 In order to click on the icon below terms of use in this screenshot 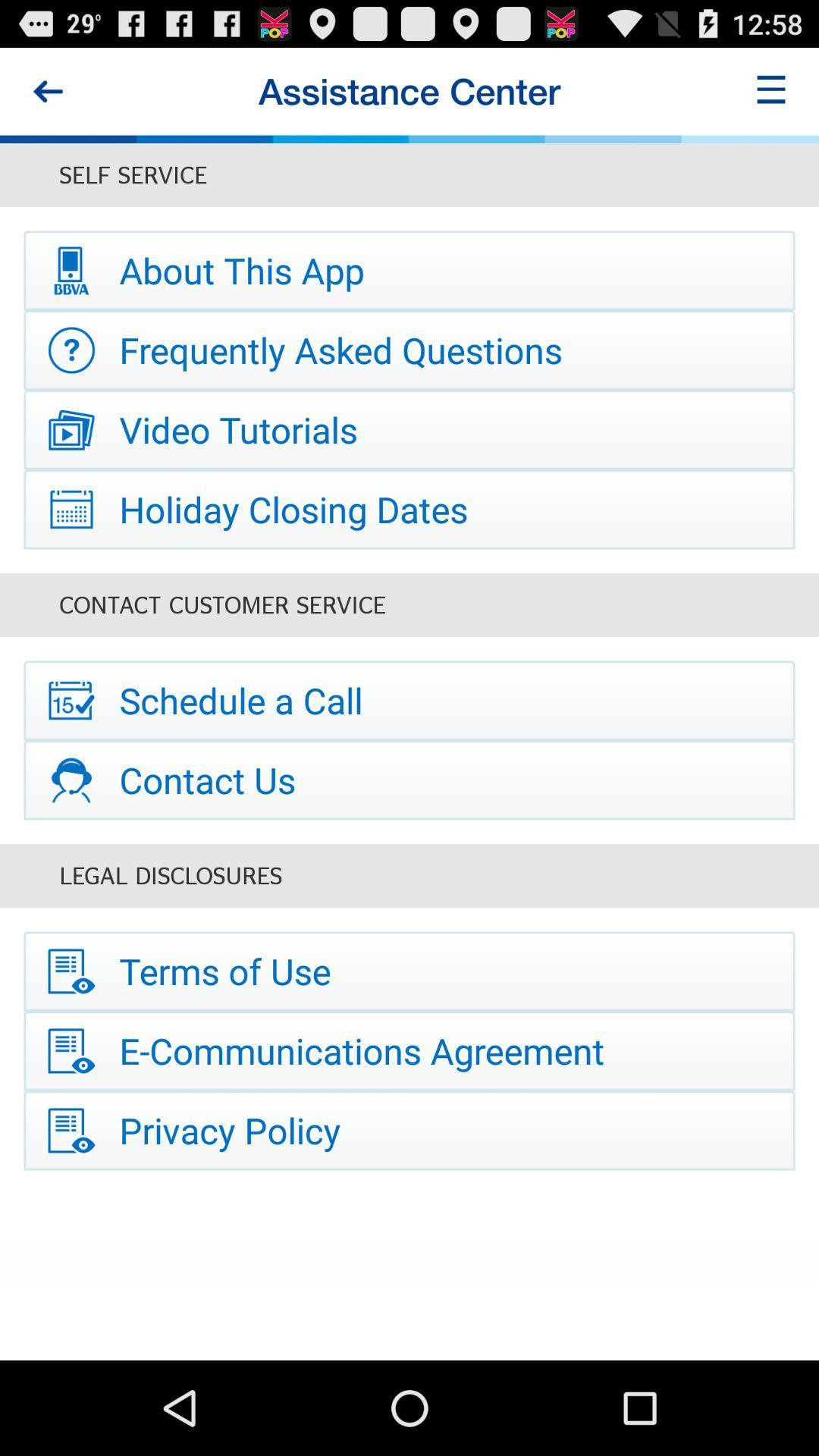, I will do `click(409, 1050)`.